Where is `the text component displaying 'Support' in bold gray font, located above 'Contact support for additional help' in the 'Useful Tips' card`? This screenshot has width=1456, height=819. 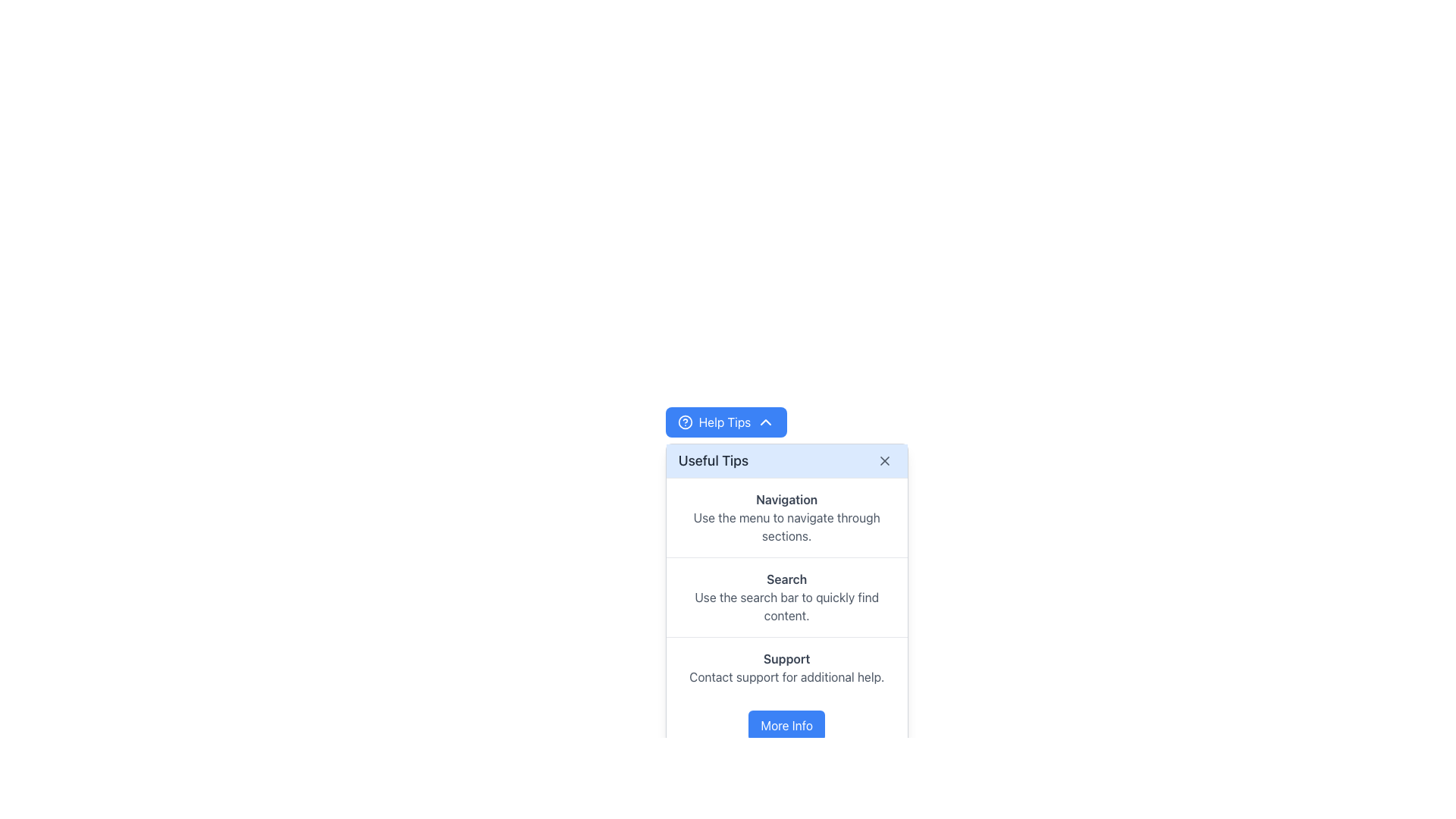 the text component displaying 'Support' in bold gray font, located above 'Contact support for additional help' in the 'Useful Tips' card is located at coordinates (786, 657).